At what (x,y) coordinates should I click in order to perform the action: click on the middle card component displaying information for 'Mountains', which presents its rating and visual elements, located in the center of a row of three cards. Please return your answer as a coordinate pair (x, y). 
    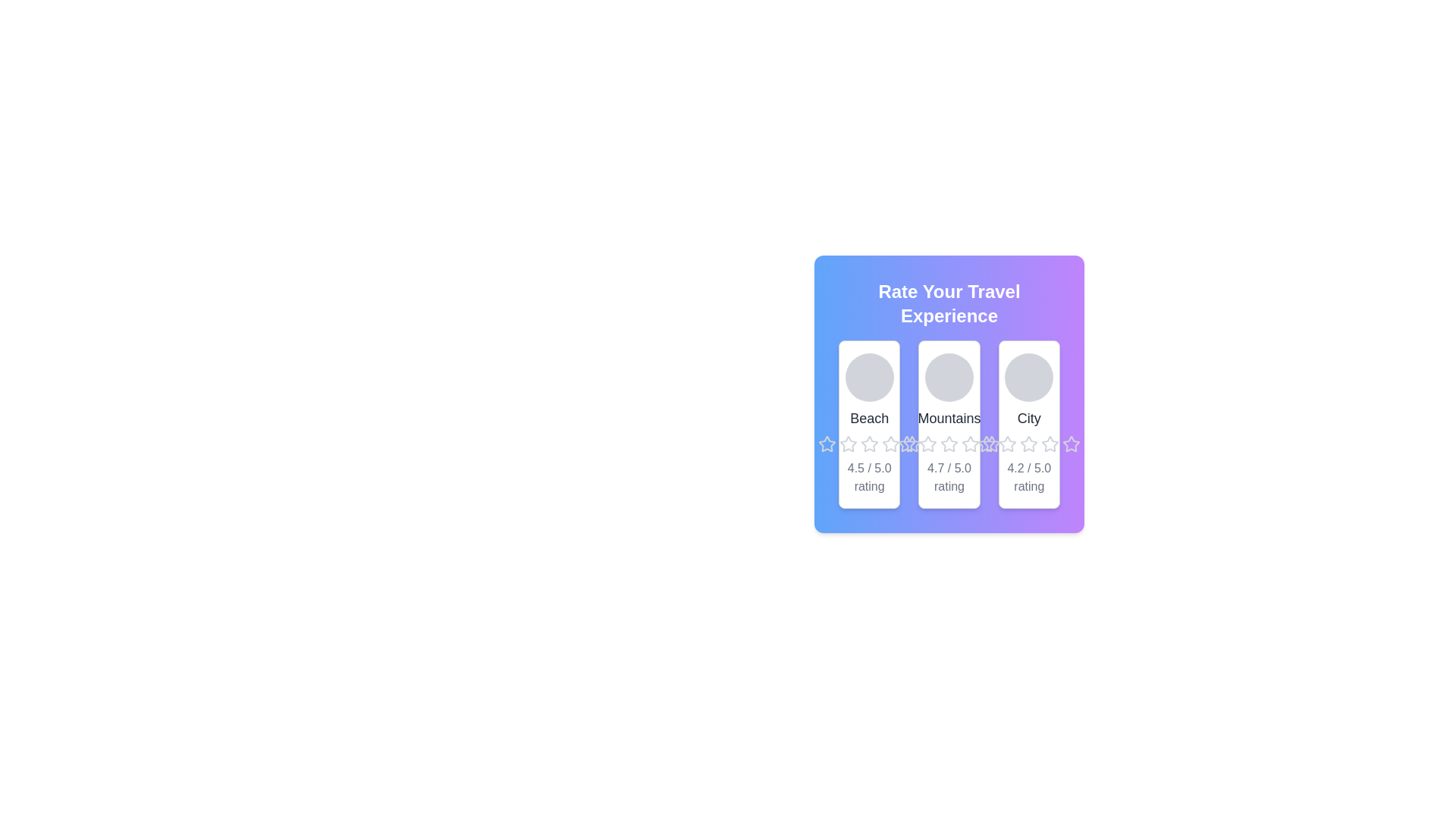
    Looking at the image, I should click on (949, 424).